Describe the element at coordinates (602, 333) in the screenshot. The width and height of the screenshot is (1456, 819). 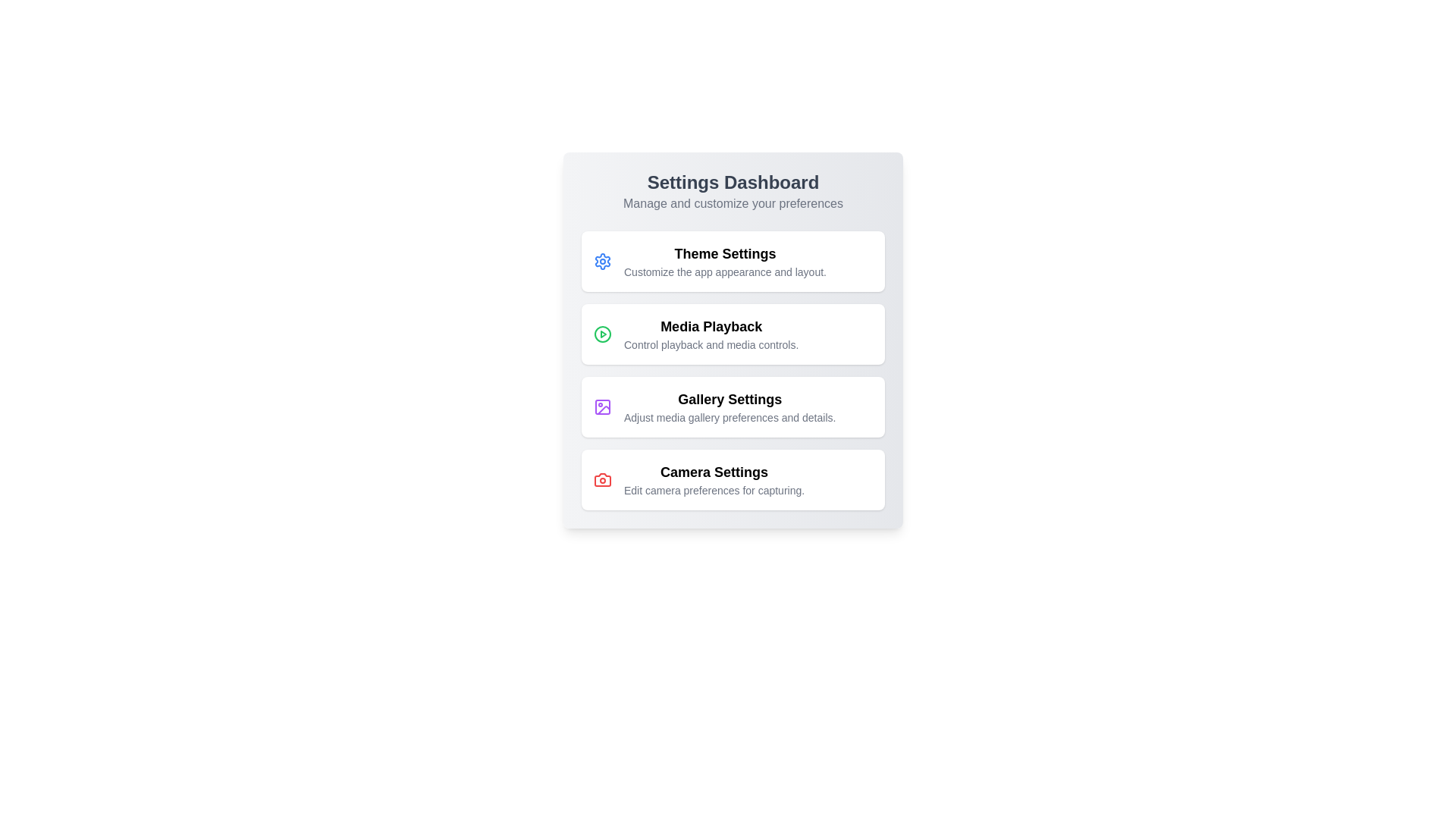
I see `the circular green play icon with a triangular play symbol, located in the 'Media Playback' section before the heading 'Media Playback'` at that location.